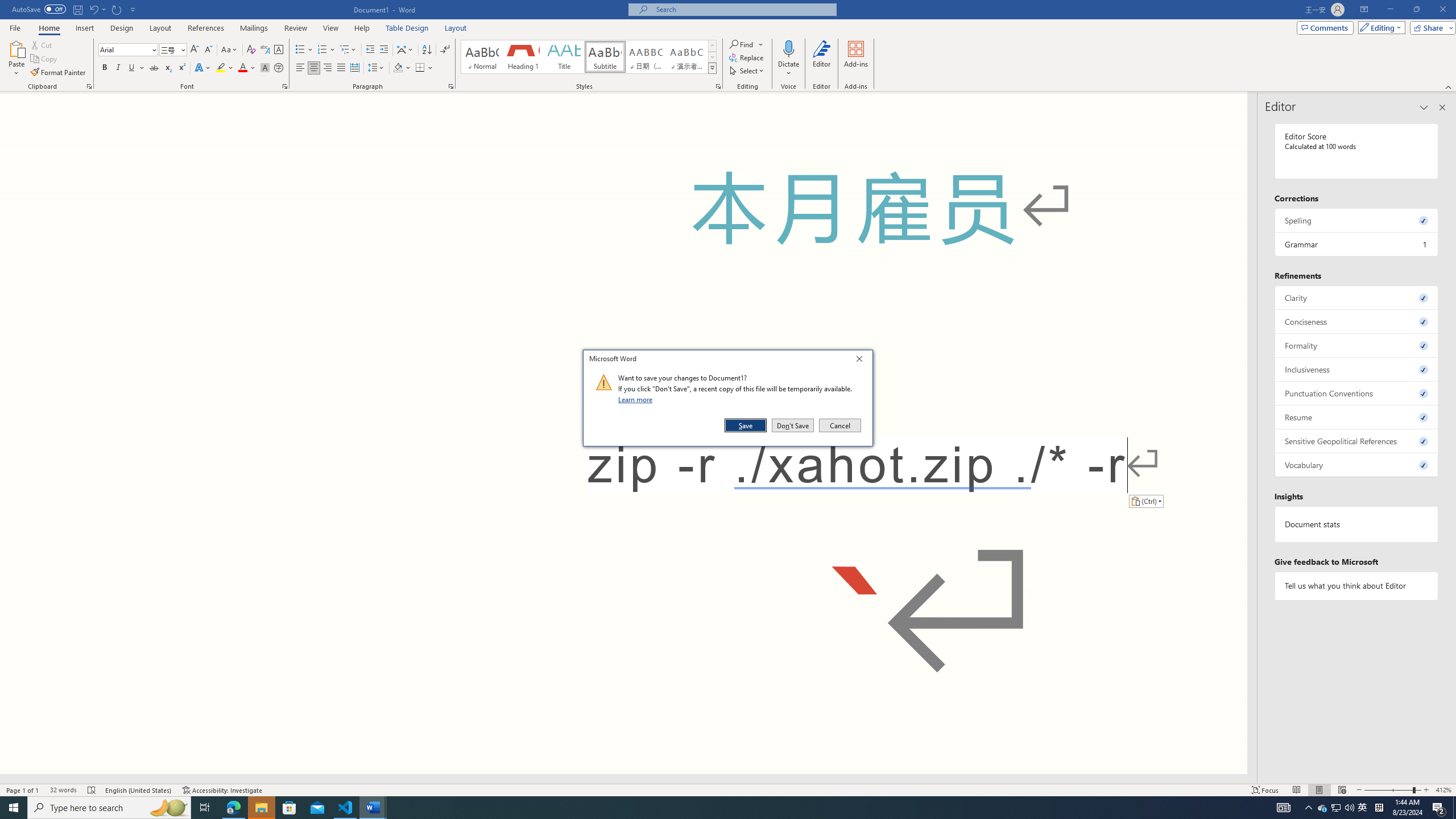 This screenshot has height=819, width=1456. What do you see at coordinates (1356, 297) in the screenshot?
I see `'Clarity, 0 issues. Press space or enter to review items.'` at bounding box center [1356, 297].